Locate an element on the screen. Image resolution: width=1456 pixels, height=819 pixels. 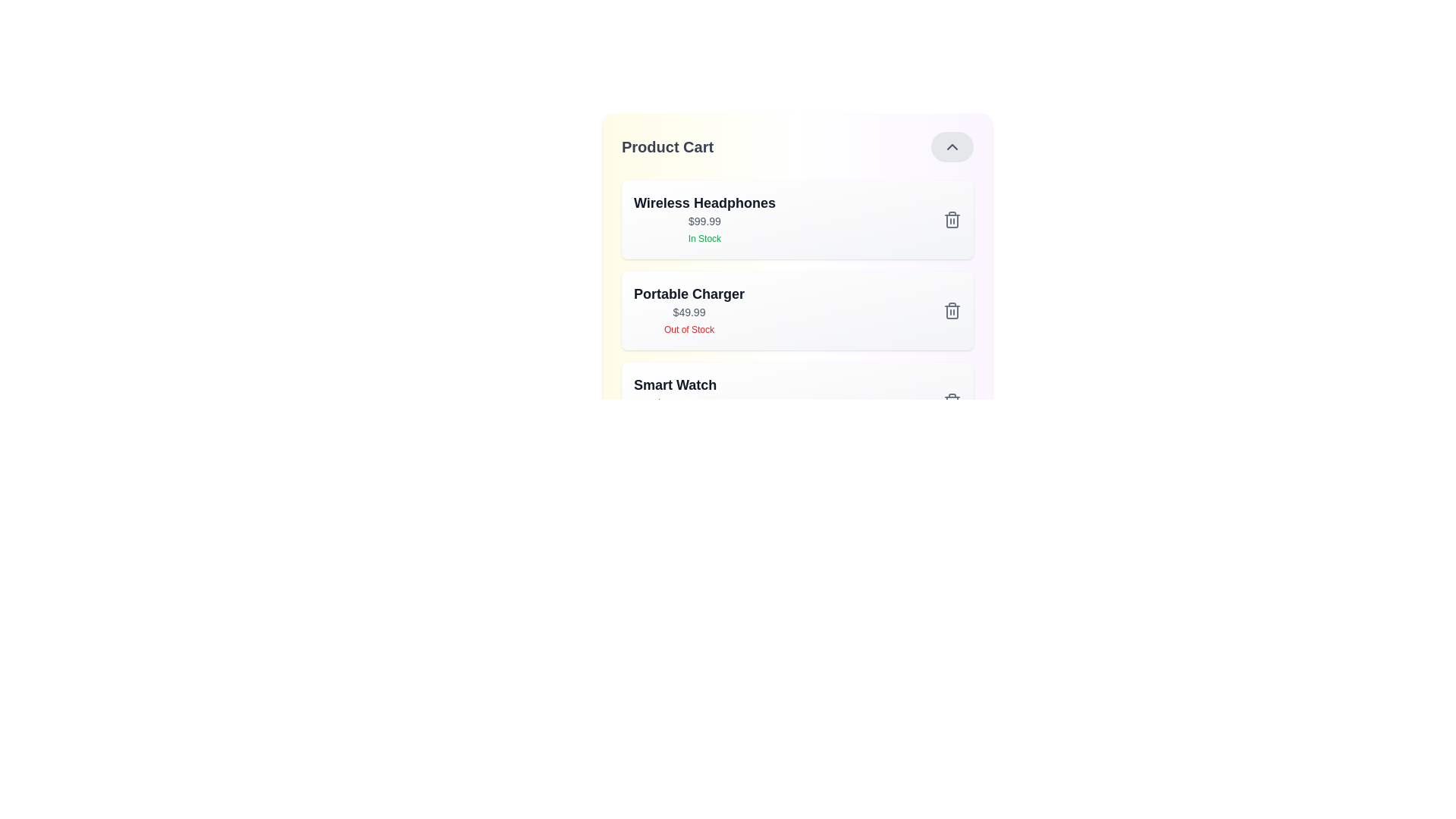
the details of the product Portable Charger is located at coordinates (688, 309).